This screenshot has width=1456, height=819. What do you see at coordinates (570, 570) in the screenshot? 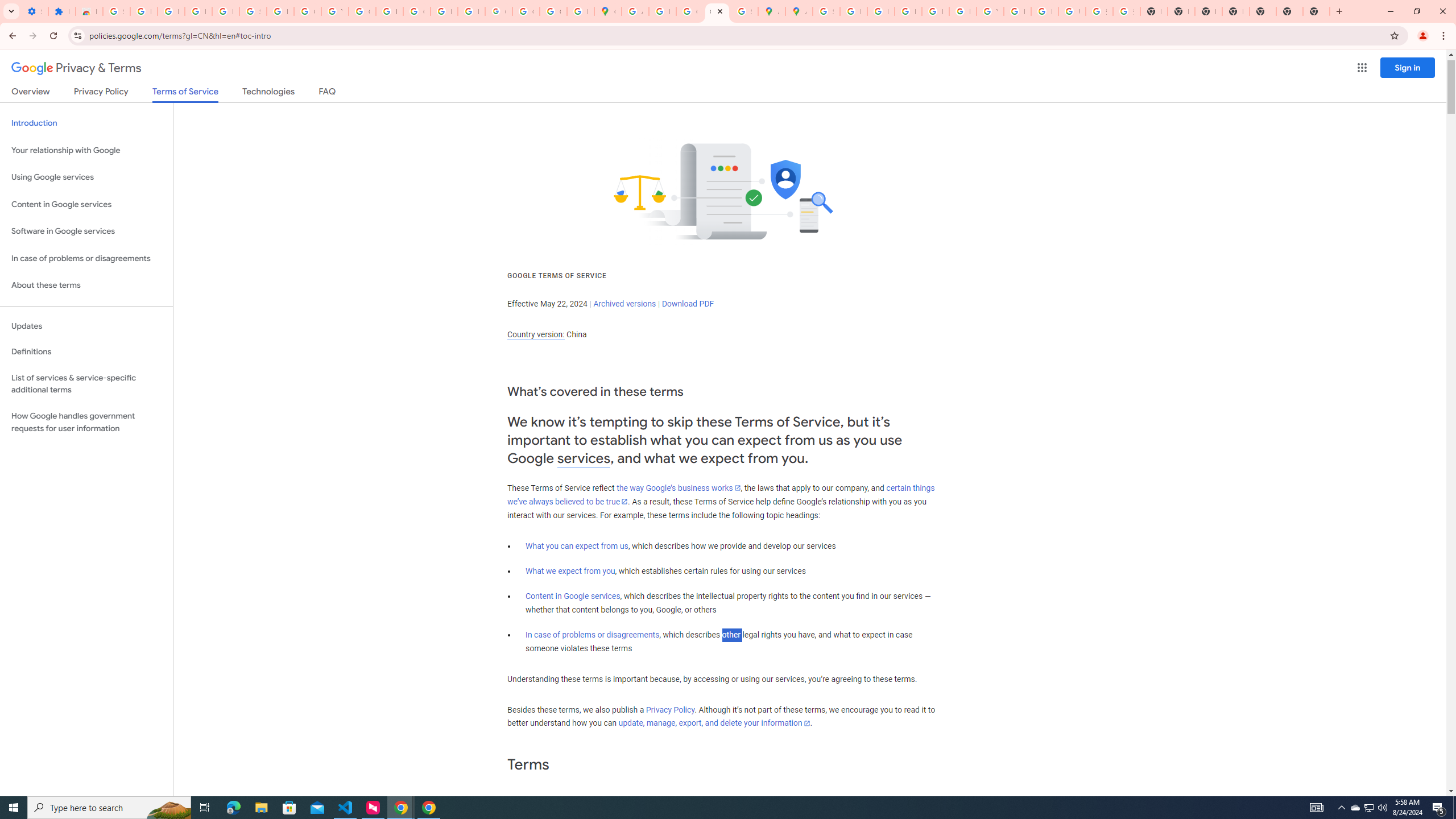
I see `'What we expect from you'` at bounding box center [570, 570].